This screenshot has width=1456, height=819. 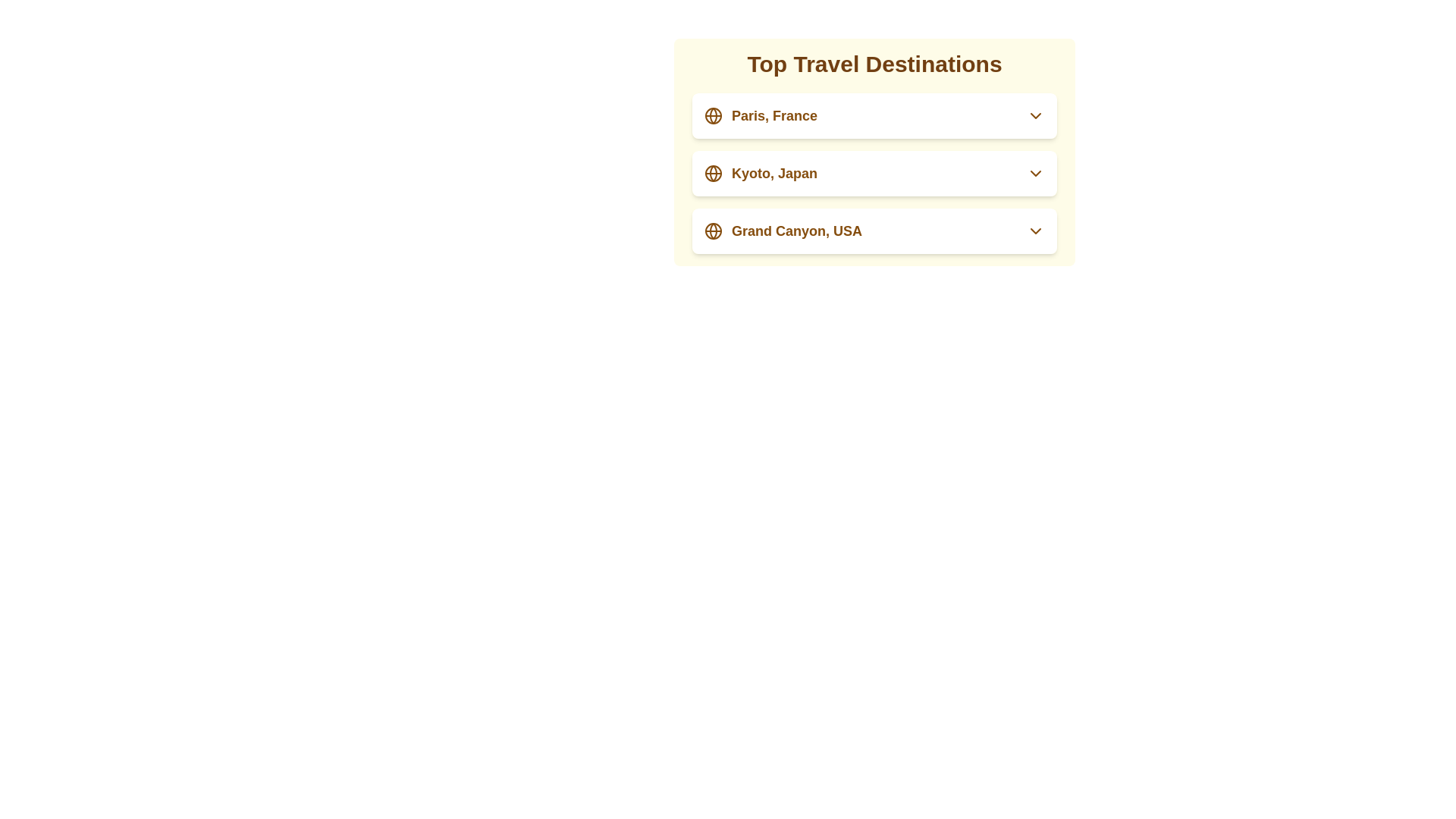 What do you see at coordinates (712, 115) in the screenshot?
I see `the globe icon styled in line art, located to the left of 'Paris, France' in the first row of the 'Top Travel Destinations' list` at bounding box center [712, 115].